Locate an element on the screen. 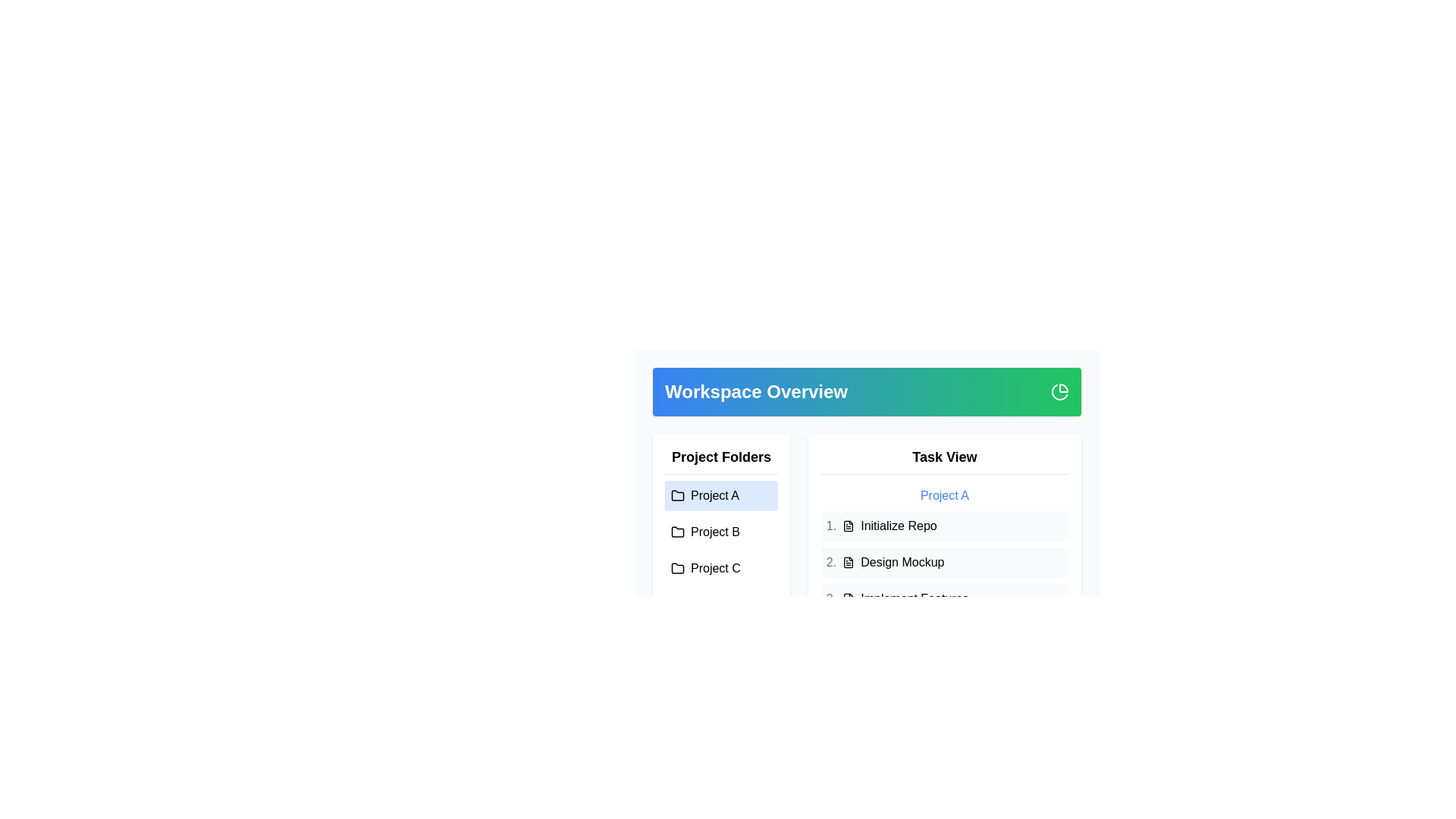 The image size is (1456, 819). the folder labeled 'Project B' in the list of 'Project Folders' is located at coordinates (720, 532).